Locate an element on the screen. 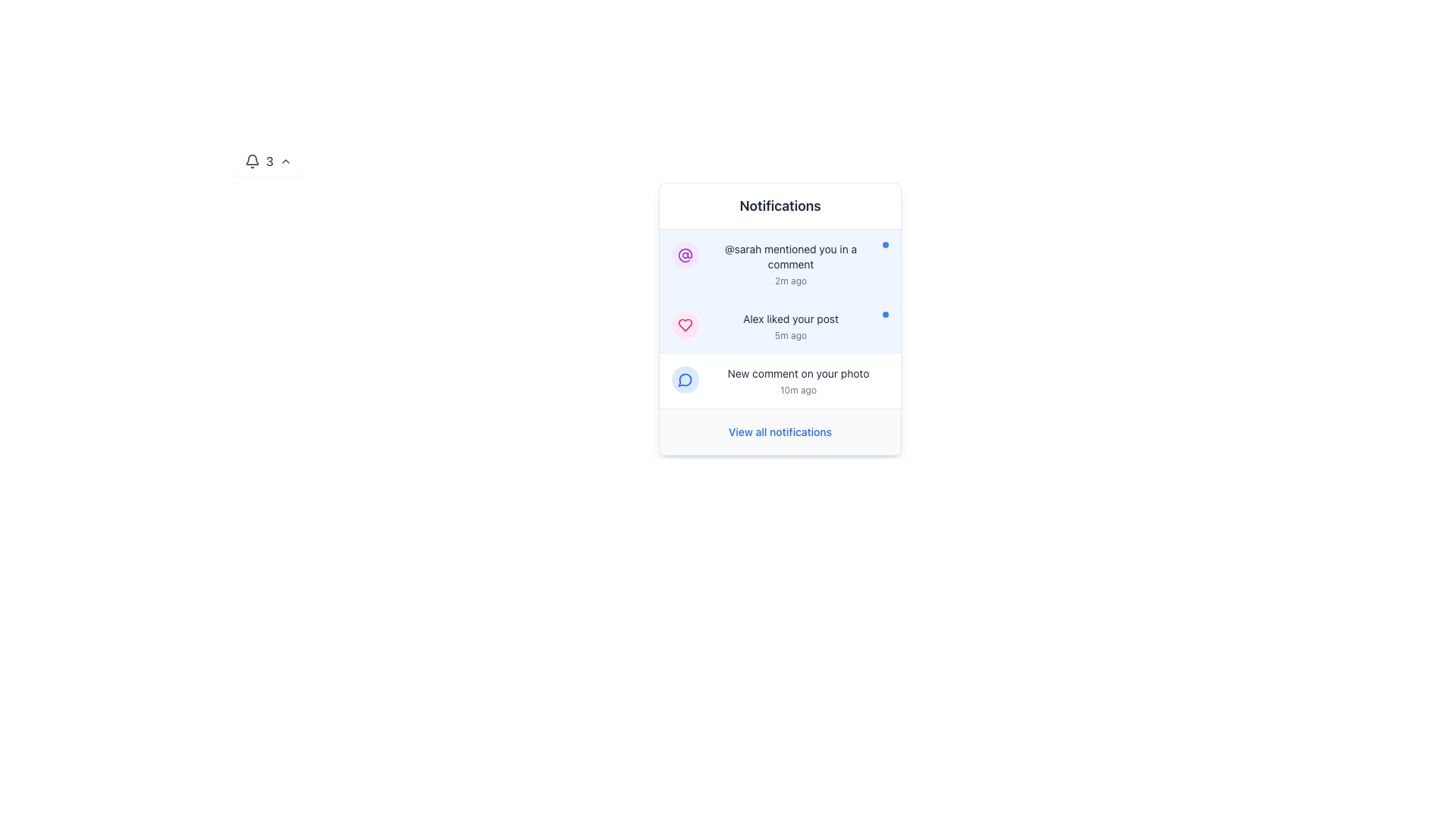 This screenshot has height=819, width=1456. the text label displaying '10m ago' which is positioned under 'New comment on your photo' within the notification card is located at coordinates (797, 390).